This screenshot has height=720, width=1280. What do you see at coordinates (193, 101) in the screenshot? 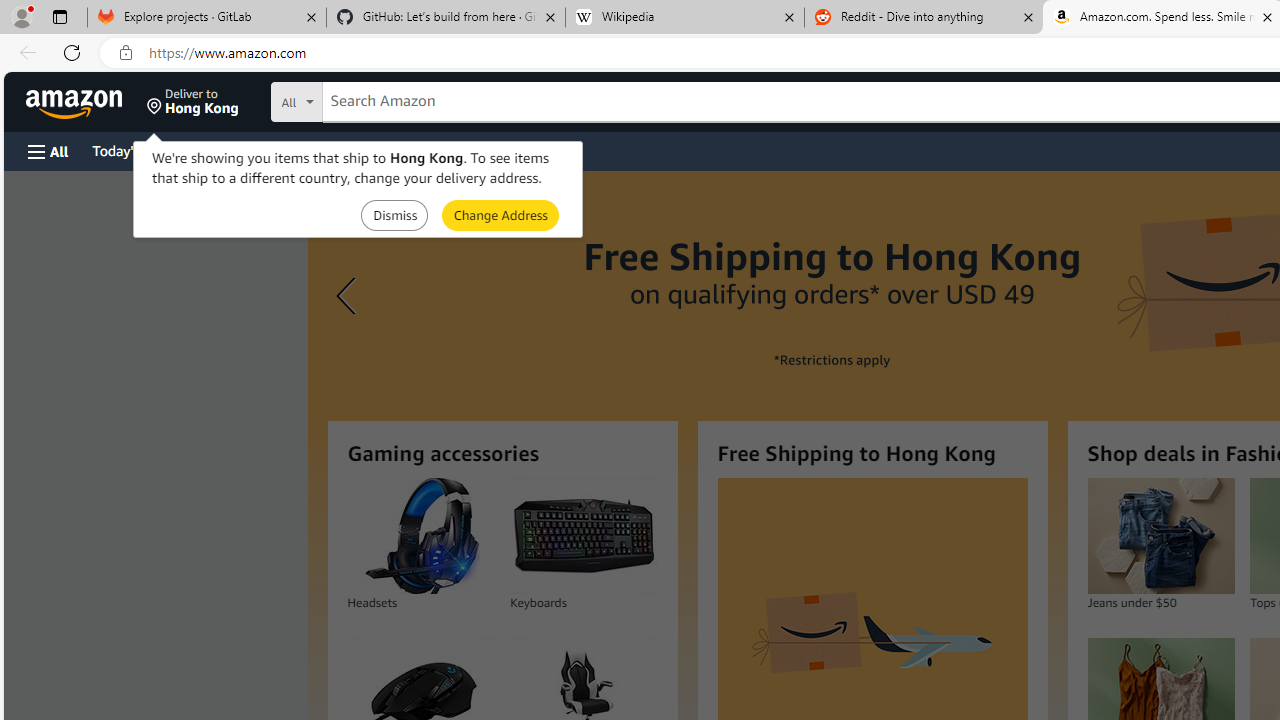
I see `'Deliver to Hong Kong'` at bounding box center [193, 101].